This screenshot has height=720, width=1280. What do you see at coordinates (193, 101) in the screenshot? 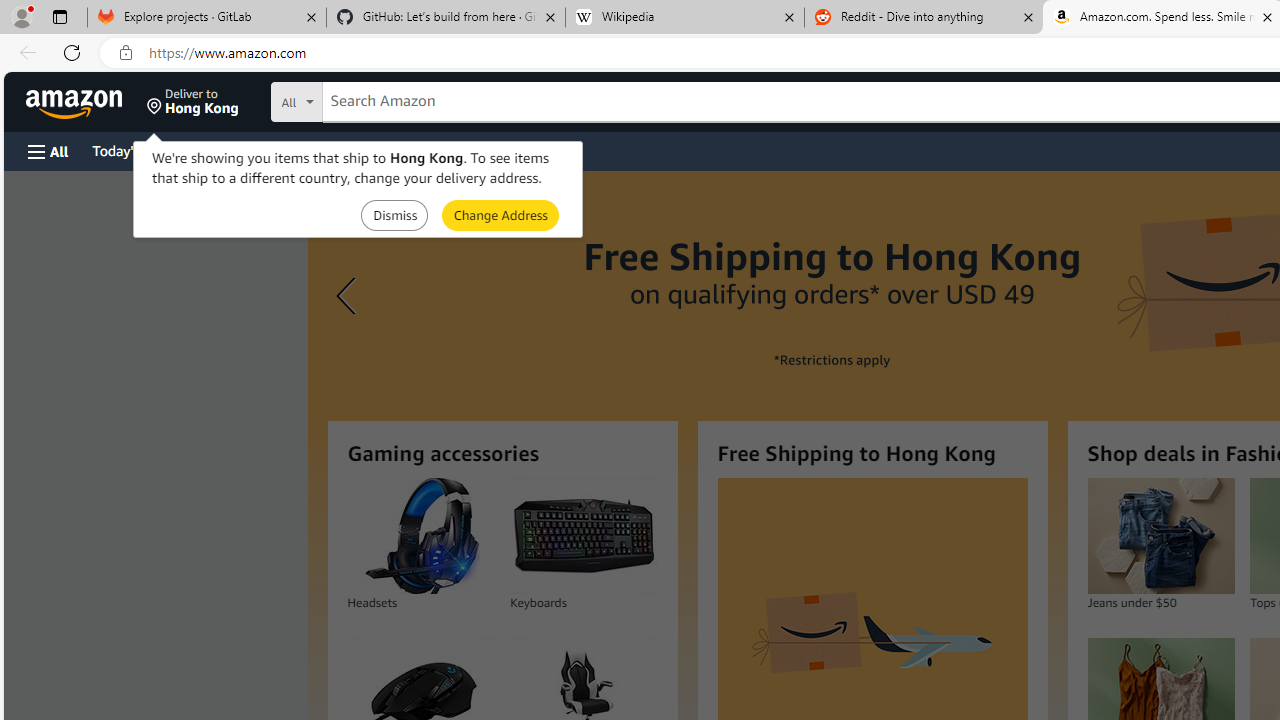
I see `'Deliver to Hong Kong'` at bounding box center [193, 101].